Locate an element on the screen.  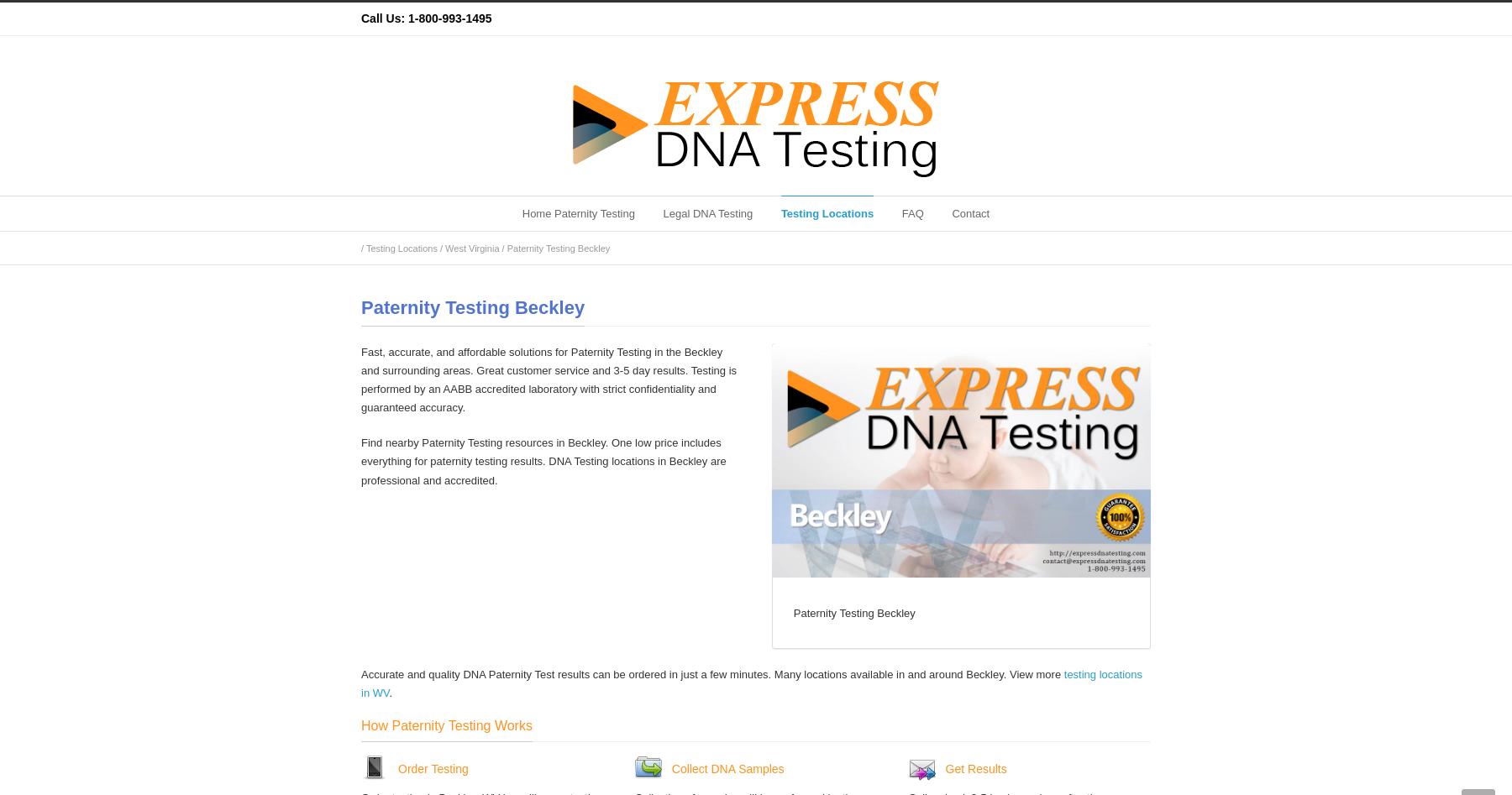
'Accurate and quality DNA Paternity Test results can be ordered in just a few minutes. Many locations available in and around Beckley. View more' is located at coordinates (711, 674).